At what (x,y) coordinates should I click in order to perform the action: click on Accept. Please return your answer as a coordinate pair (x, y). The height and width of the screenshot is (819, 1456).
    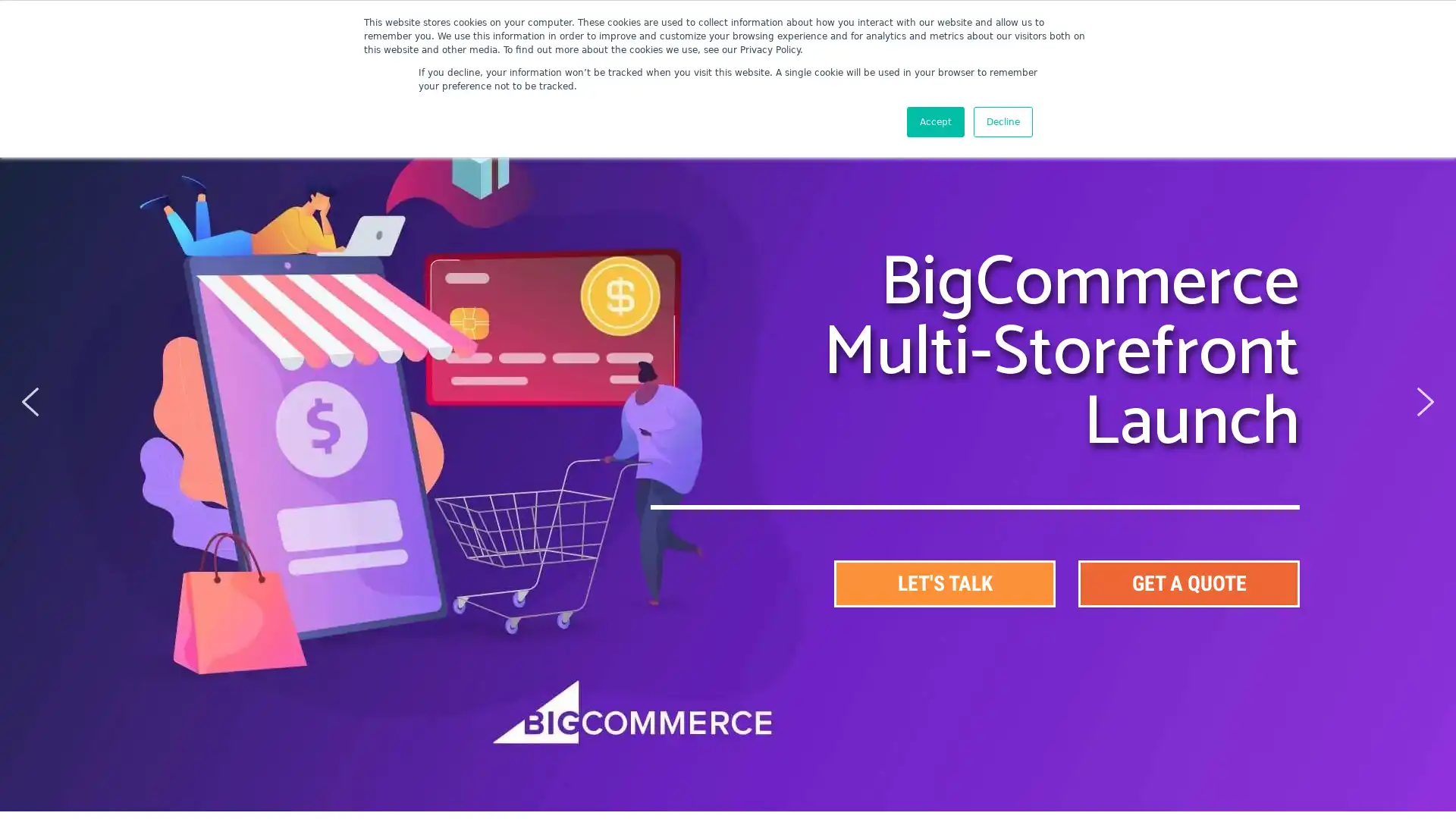
    Looking at the image, I should click on (934, 121).